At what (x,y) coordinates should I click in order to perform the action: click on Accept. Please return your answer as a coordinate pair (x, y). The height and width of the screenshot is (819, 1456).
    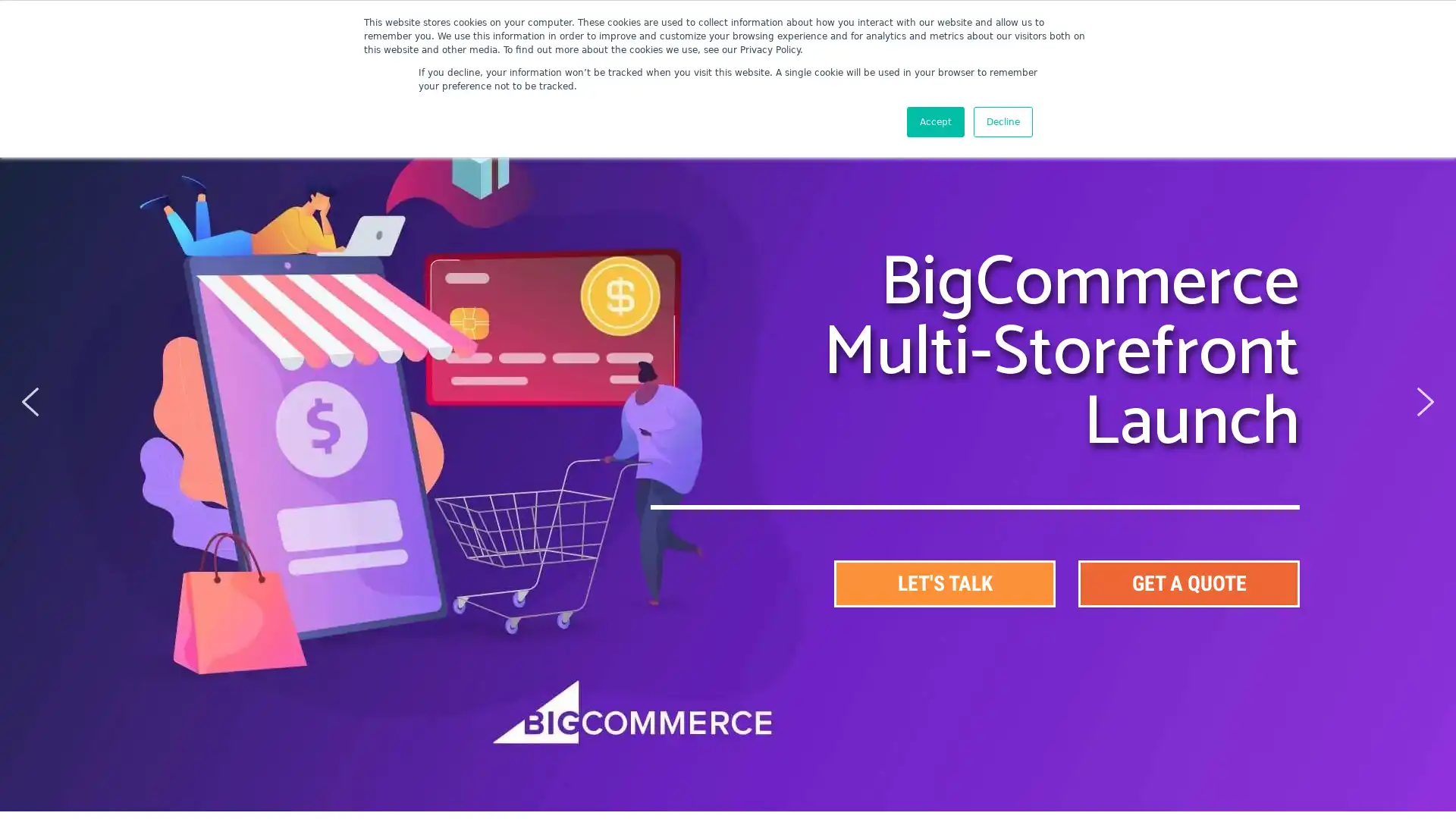
    Looking at the image, I should click on (934, 121).